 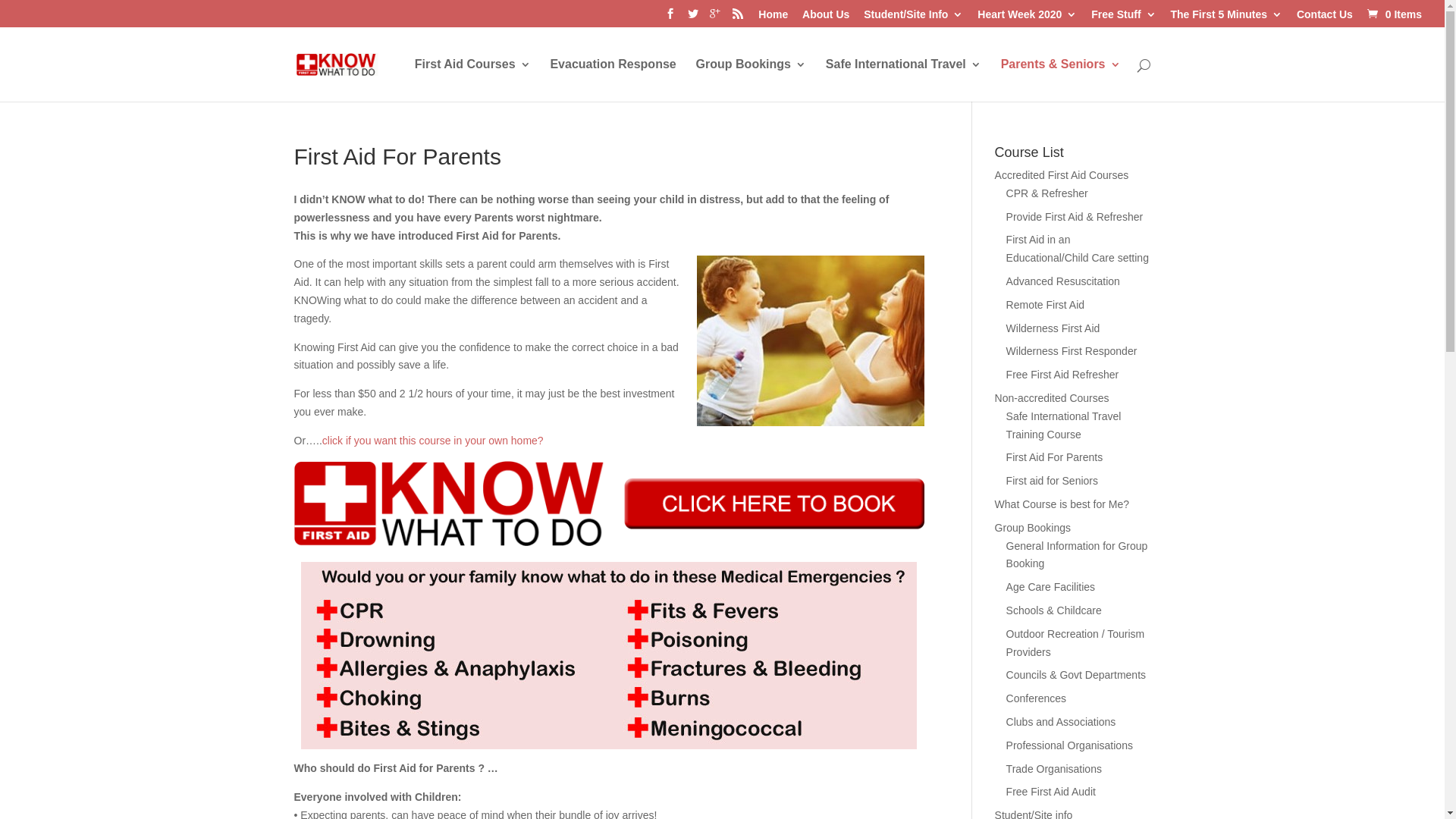 What do you see at coordinates (1324, 18) in the screenshot?
I see `'Contact Us'` at bounding box center [1324, 18].